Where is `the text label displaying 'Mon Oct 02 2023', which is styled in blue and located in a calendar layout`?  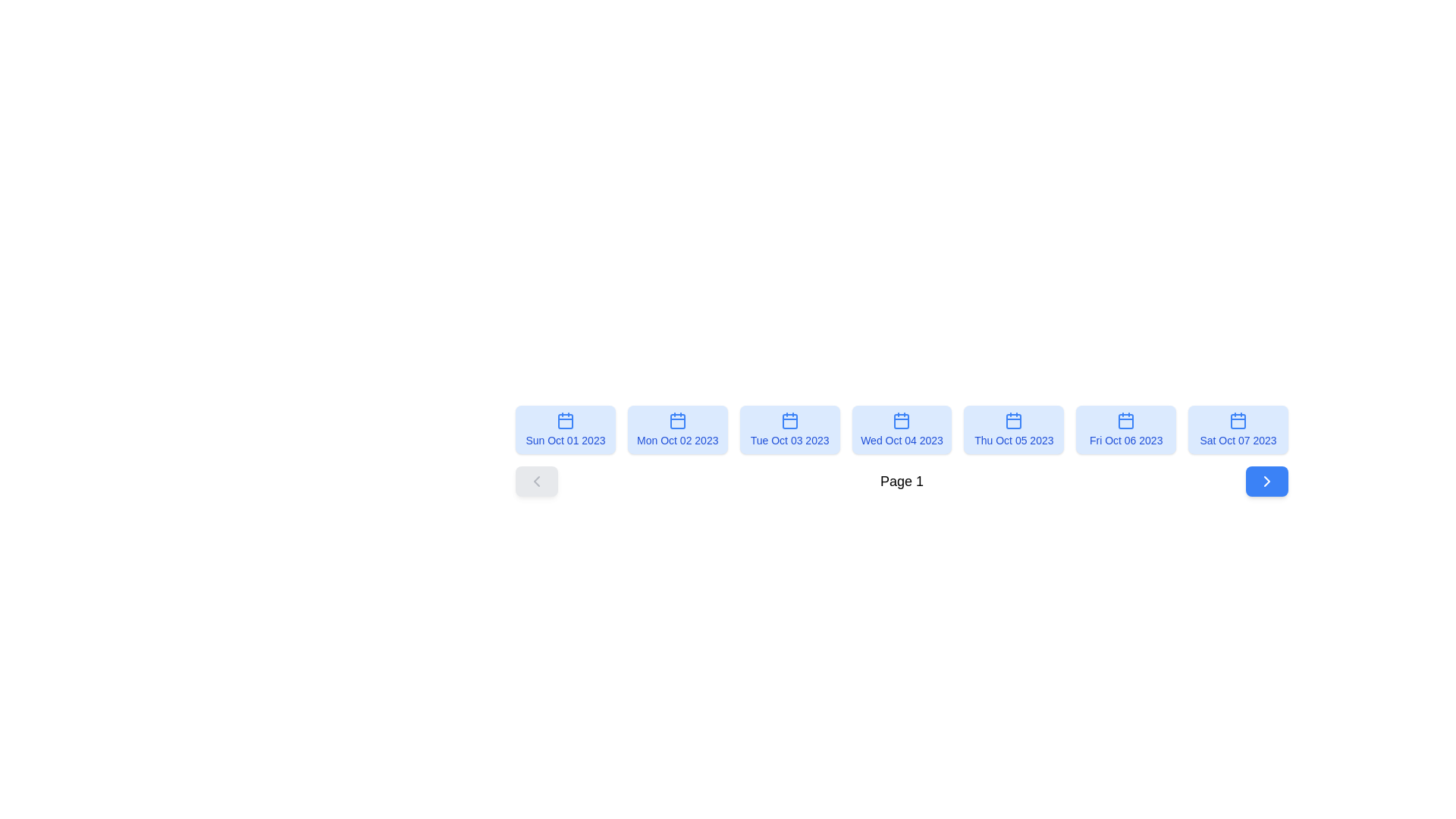 the text label displaying 'Mon Oct 02 2023', which is styled in blue and located in a calendar layout is located at coordinates (676, 441).